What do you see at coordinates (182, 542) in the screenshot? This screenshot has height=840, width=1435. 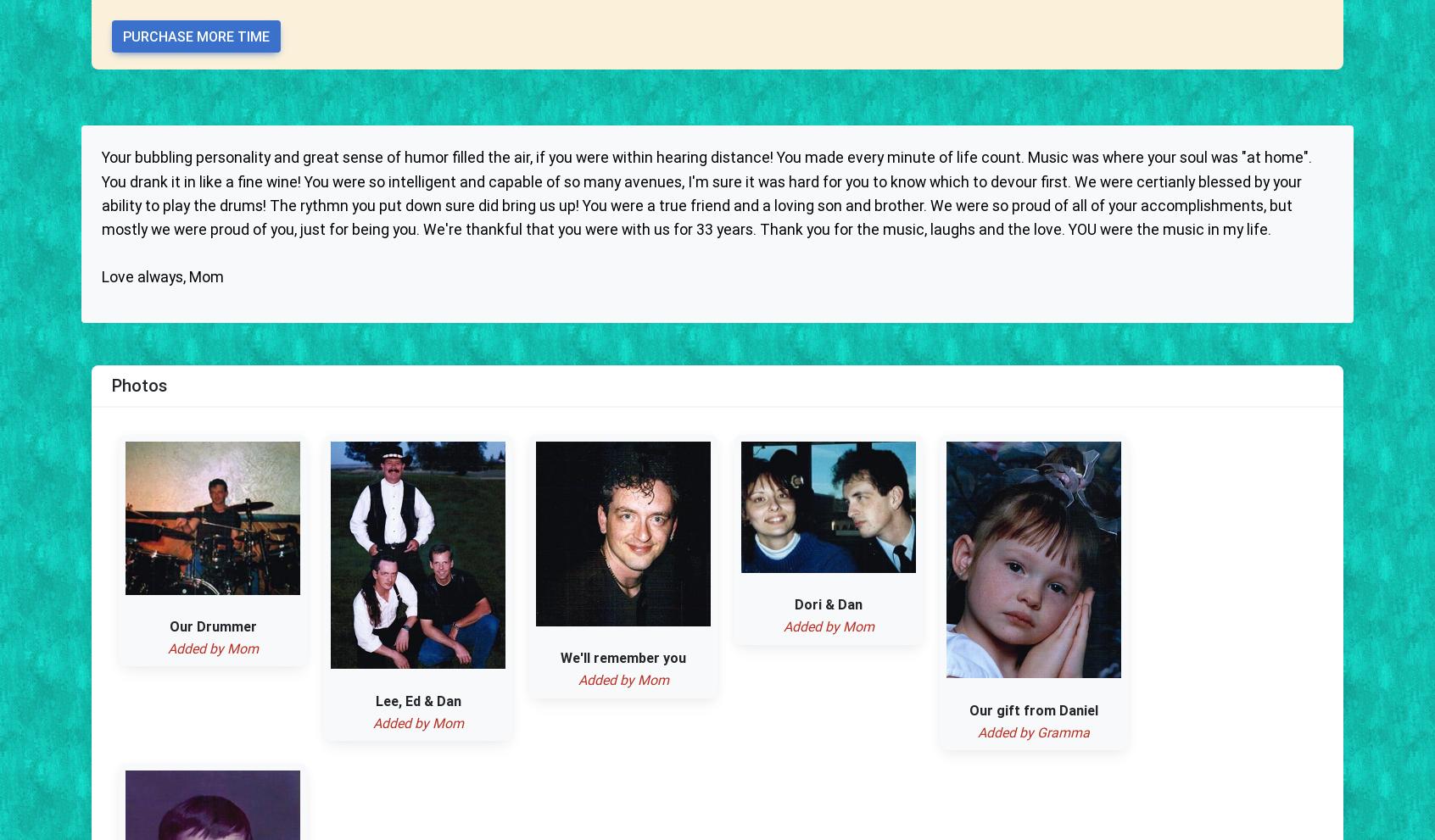 I see `'Toll Free in U.S. & Canada:'` at bounding box center [182, 542].